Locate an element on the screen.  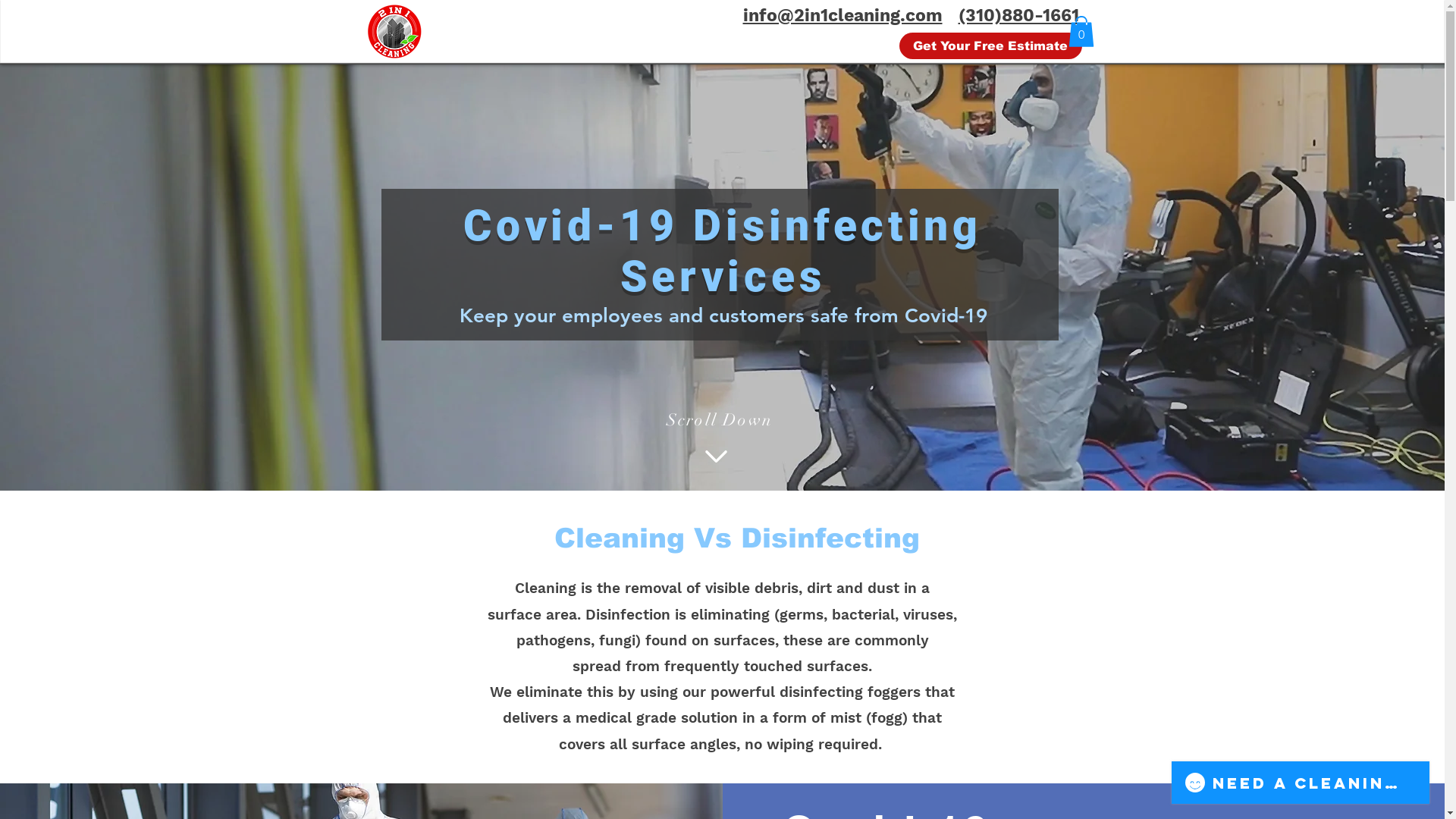
'info@2in1cleaning.com' is located at coordinates (842, 15).